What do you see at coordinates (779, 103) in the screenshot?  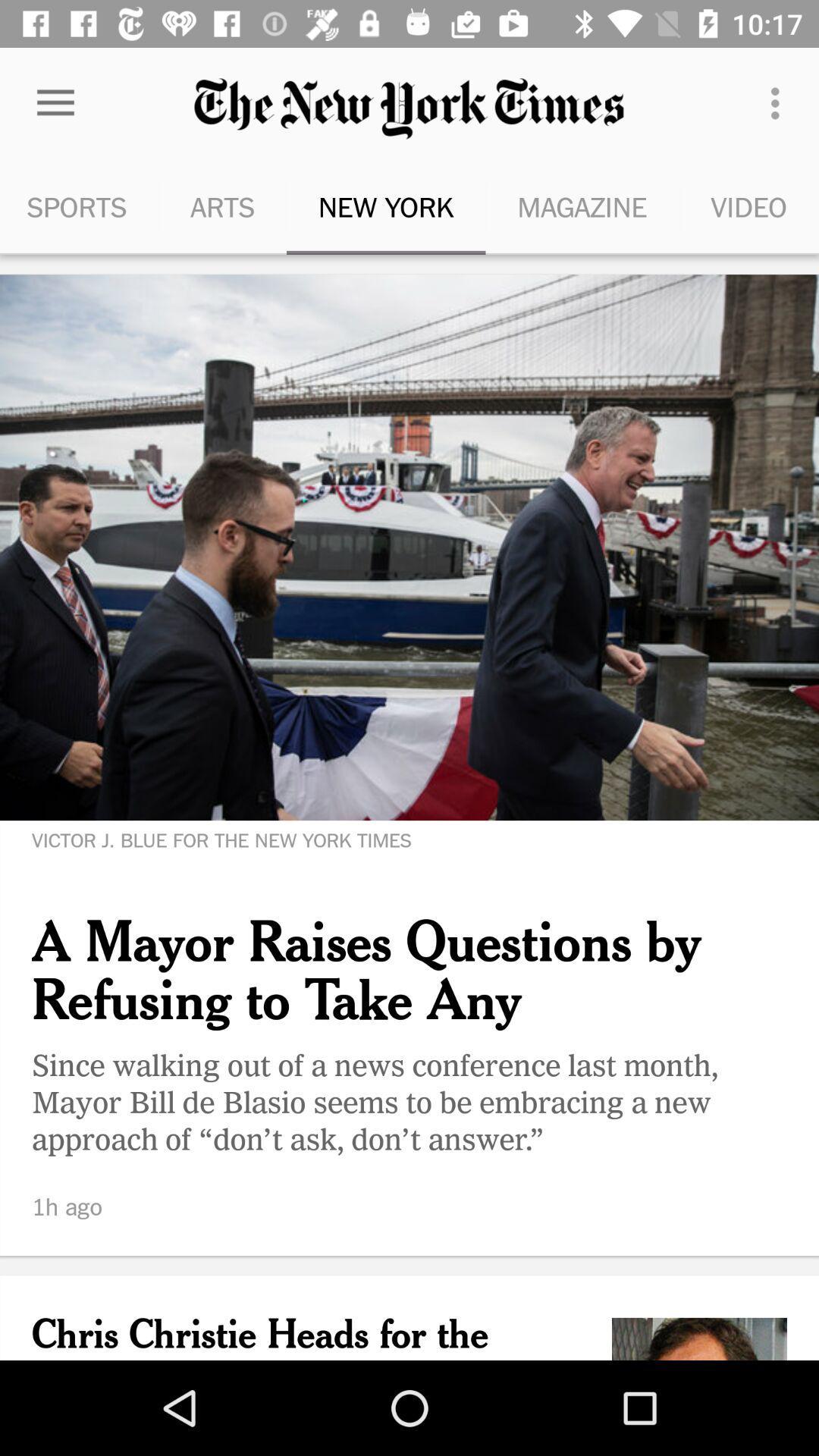 I see `the menu option` at bounding box center [779, 103].